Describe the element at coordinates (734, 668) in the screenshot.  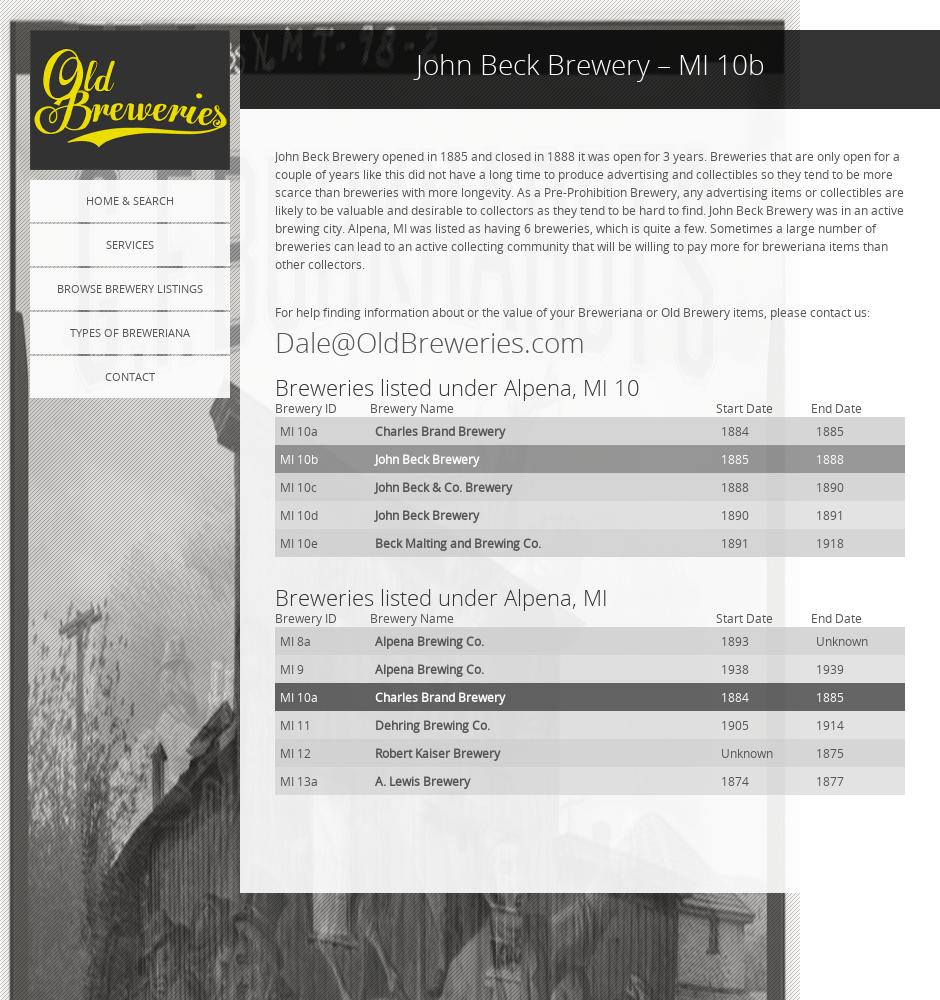
I see `'1938'` at that location.